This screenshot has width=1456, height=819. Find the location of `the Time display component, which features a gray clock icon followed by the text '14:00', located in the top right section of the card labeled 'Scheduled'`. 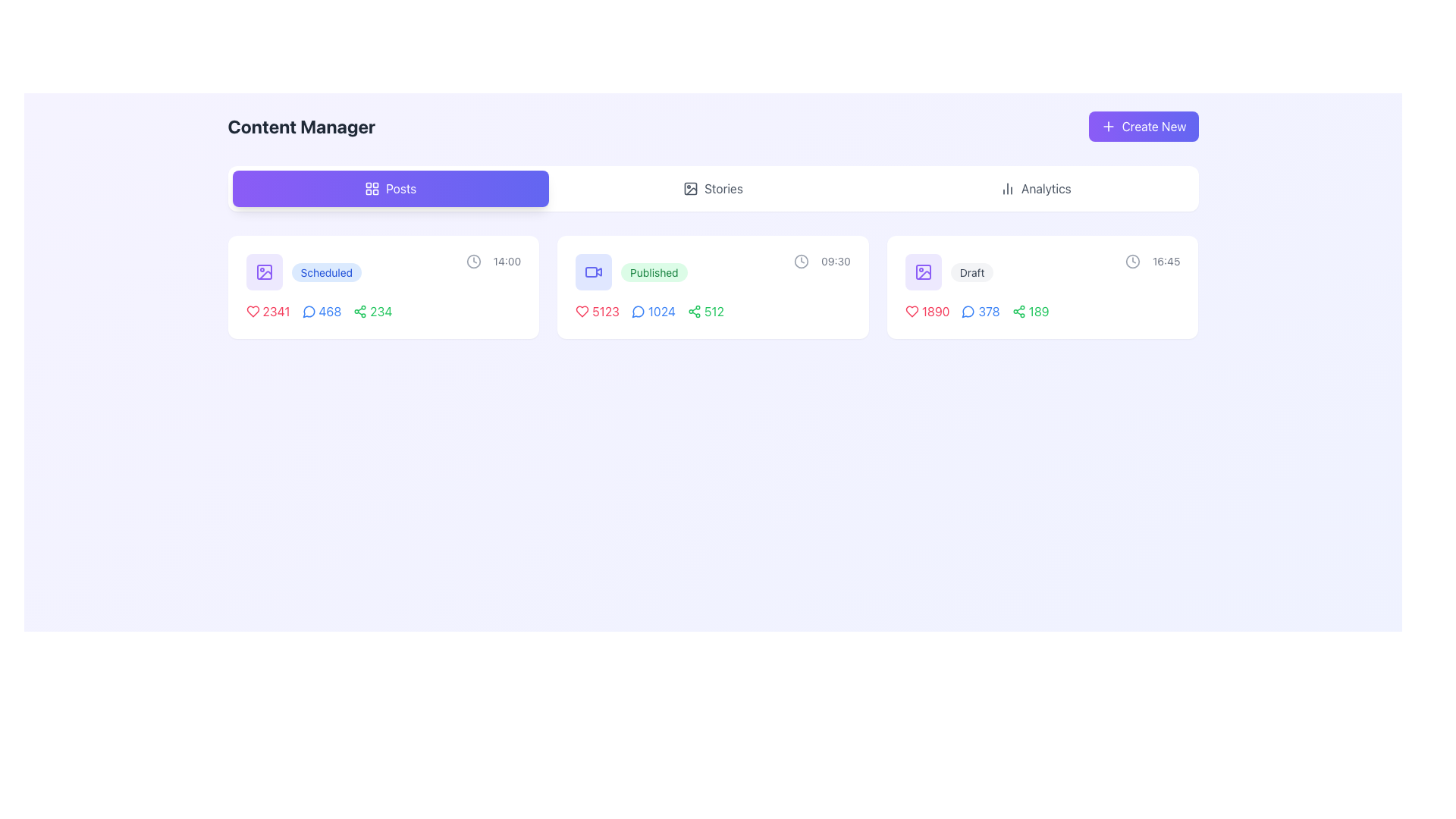

the Time display component, which features a gray clock icon followed by the text '14:00', located in the top right section of the card labeled 'Scheduled' is located at coordinates (493, 260).